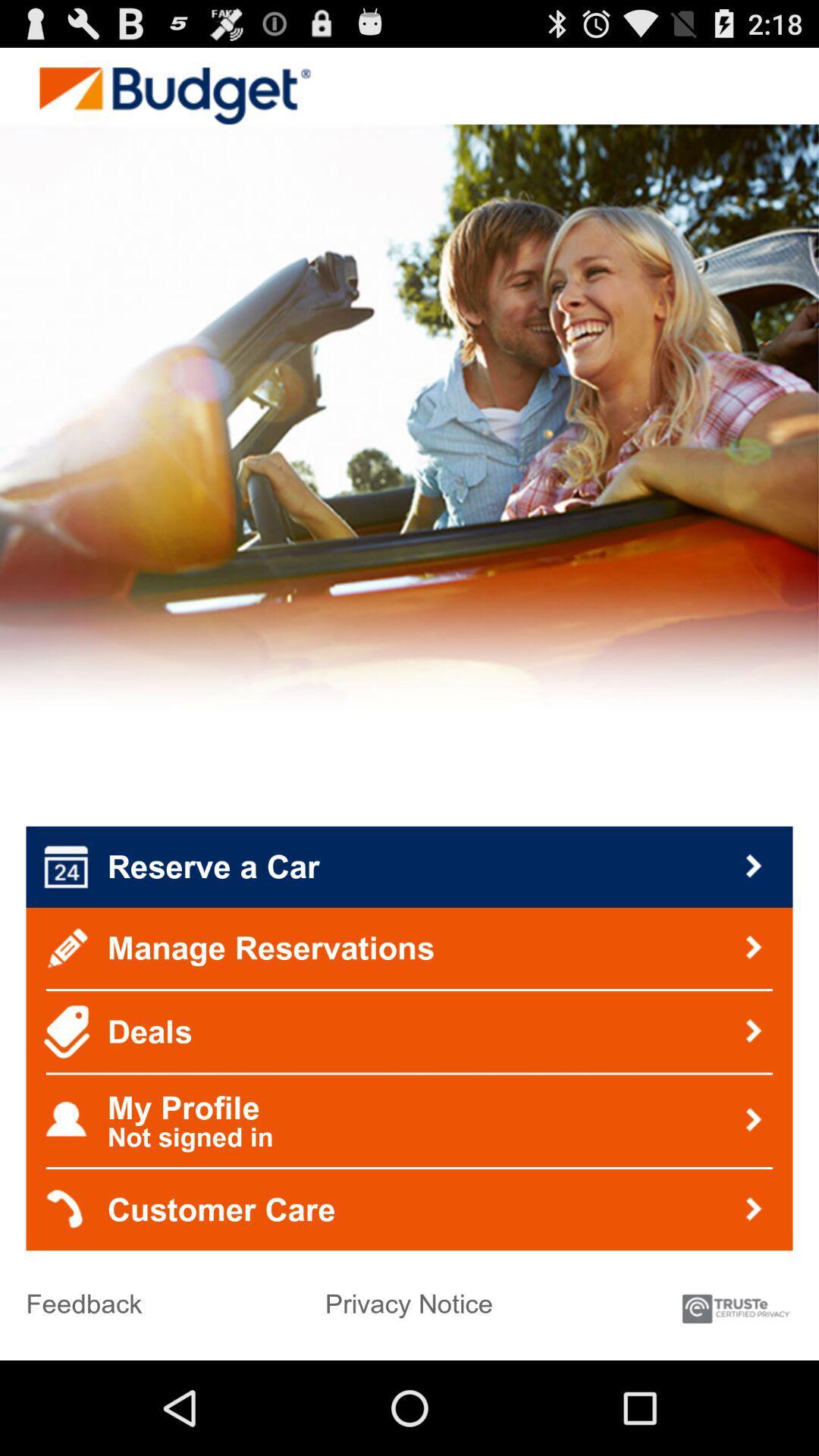 This screenshot has height=1456, width=819. Describe the element at coordinates (84, 1297) in the screenshot. I see `the feedback at the bottom left corner` at that location.